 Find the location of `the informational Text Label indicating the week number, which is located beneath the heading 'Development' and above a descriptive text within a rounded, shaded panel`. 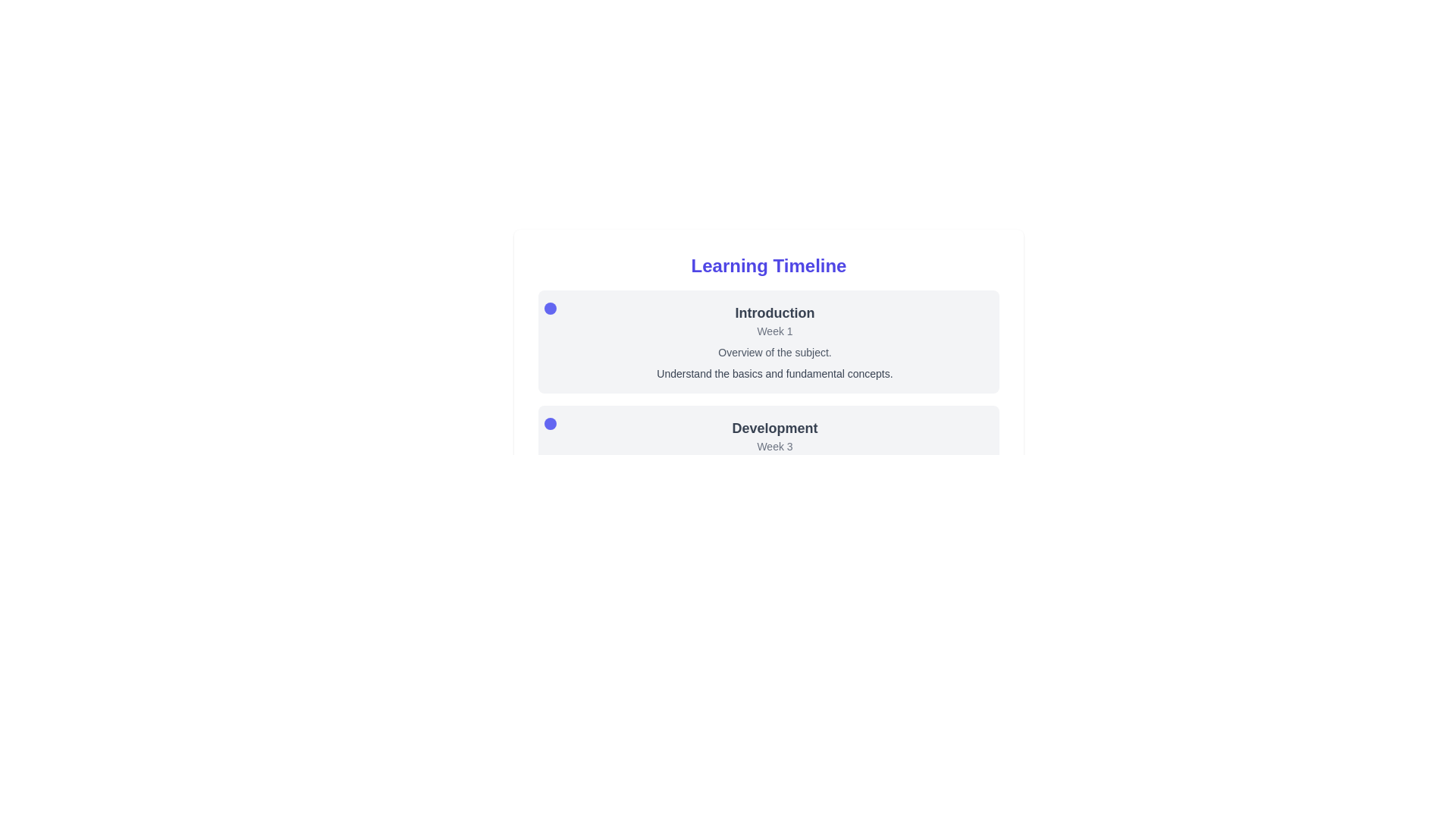

the informational Text Label indicating the week number, which is located beneath the heading 'Development' and above a descriptive text within a rounded, shaded panel is located at coordinates (775, 446).